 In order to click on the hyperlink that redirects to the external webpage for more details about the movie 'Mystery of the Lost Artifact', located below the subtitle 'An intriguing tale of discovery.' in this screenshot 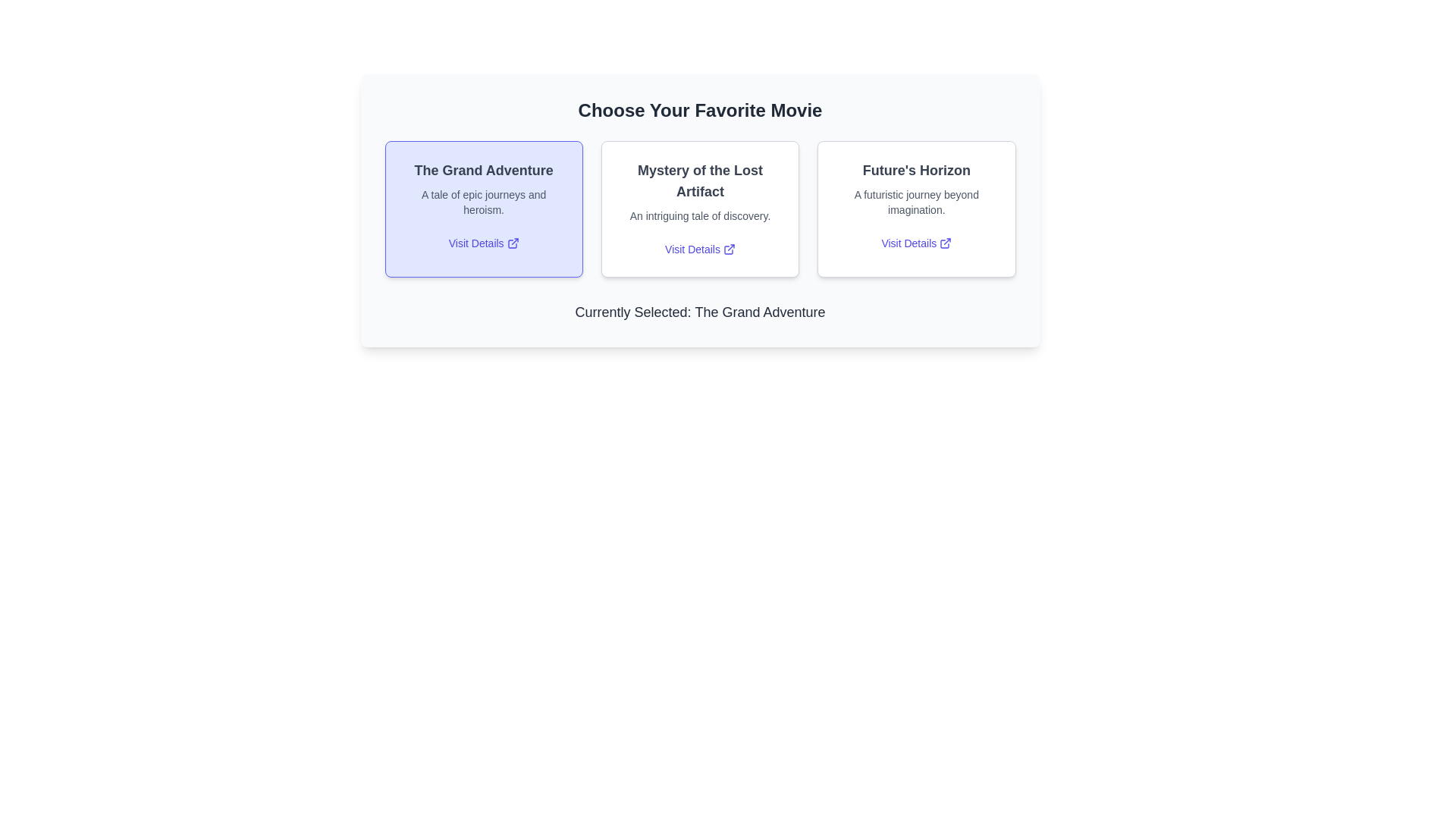, I will do `click(699, 248)`.